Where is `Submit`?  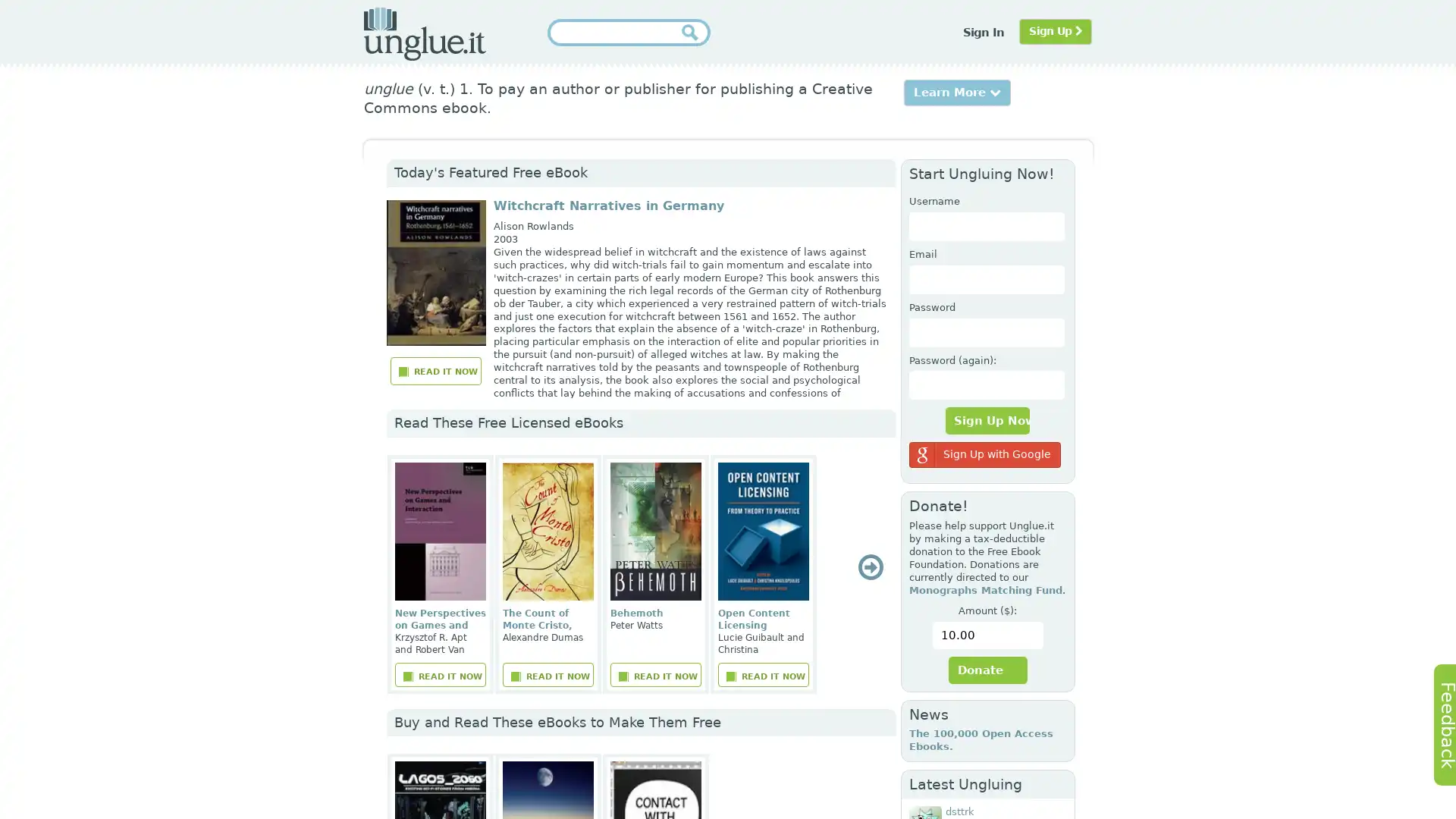
Submit is located at coordinates (694, 32).